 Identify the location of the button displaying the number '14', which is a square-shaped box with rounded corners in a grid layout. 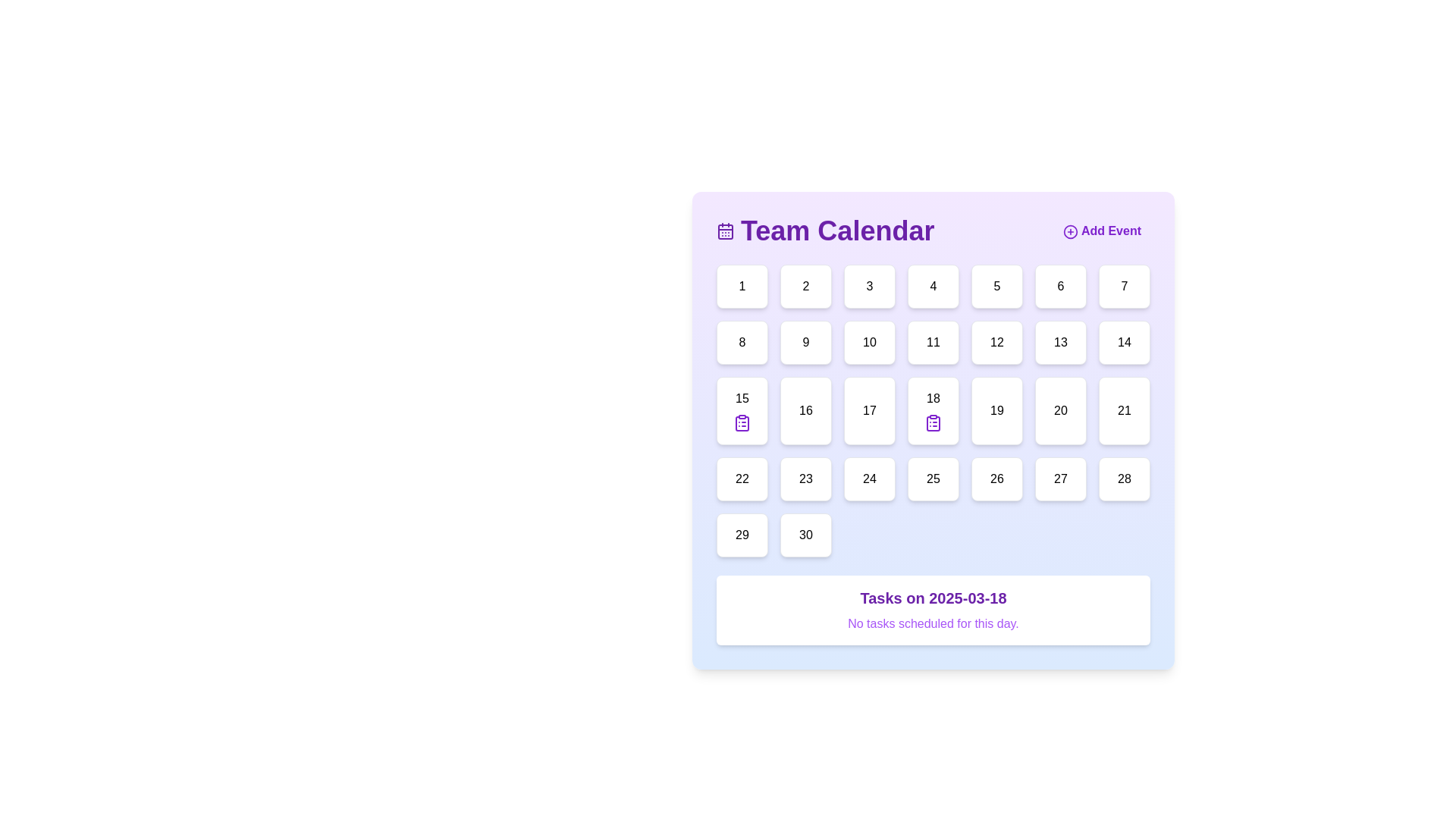
(1125, 342).